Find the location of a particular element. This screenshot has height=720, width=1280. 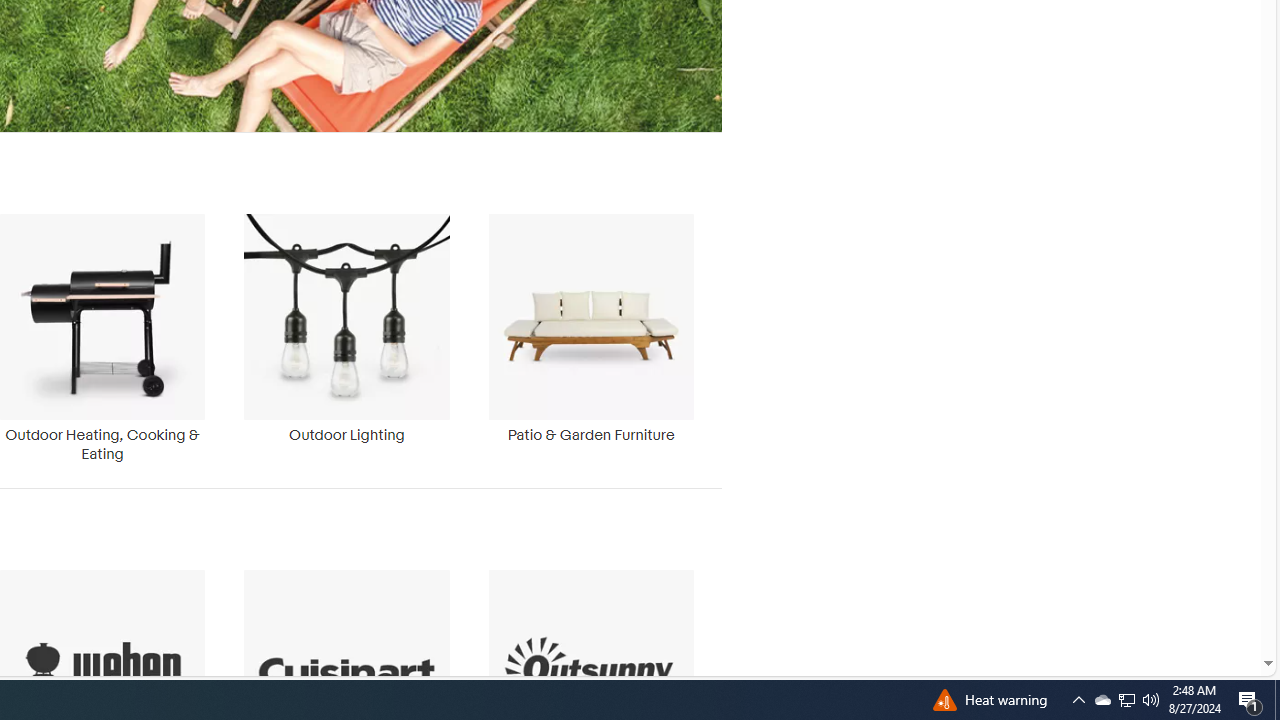

'Outdoor Lighting' is located at coordinates (346, 337).